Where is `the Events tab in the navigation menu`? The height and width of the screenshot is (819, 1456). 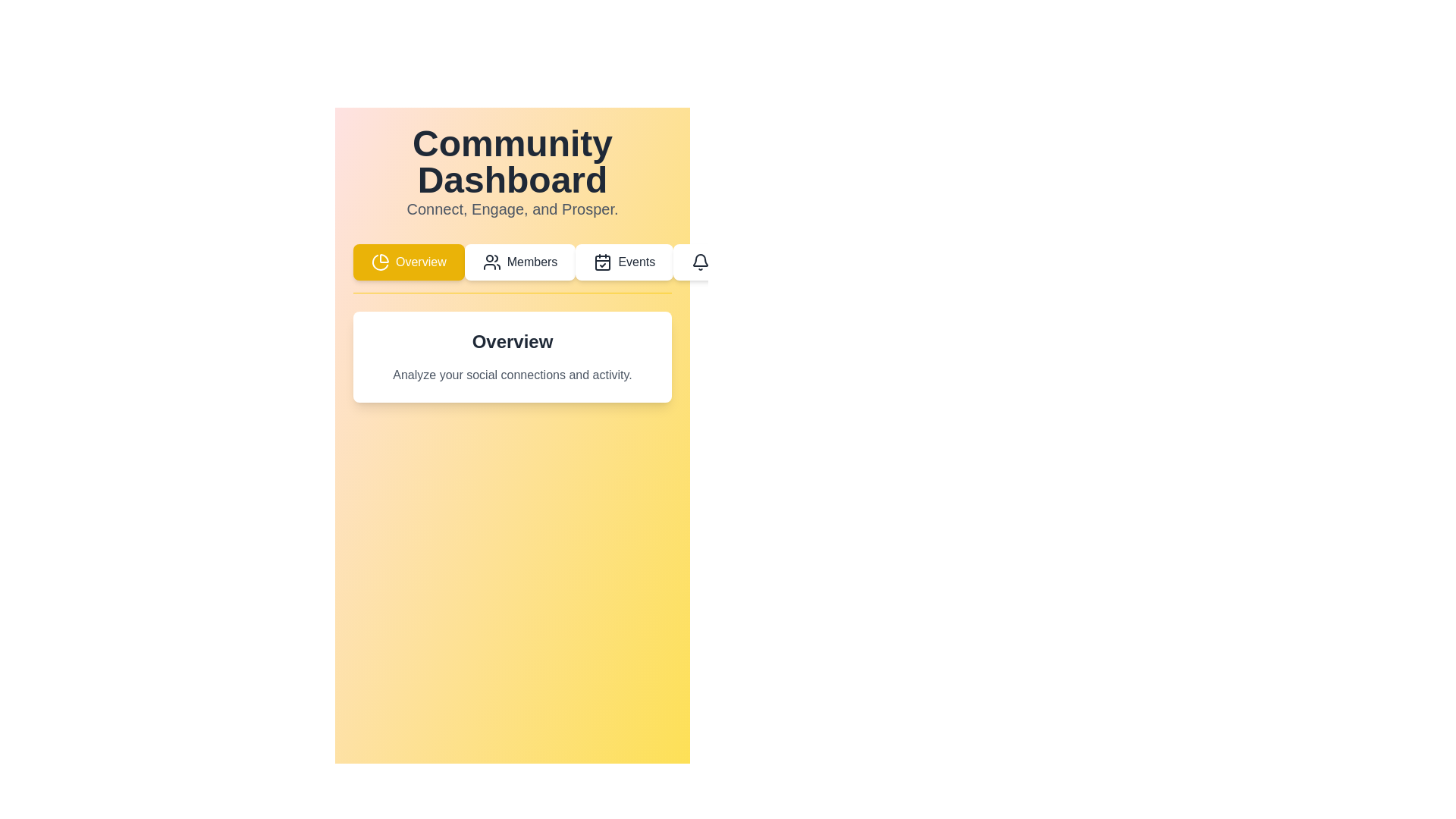 the Events tab in the navigation menu is located at coordinates (624, 262).